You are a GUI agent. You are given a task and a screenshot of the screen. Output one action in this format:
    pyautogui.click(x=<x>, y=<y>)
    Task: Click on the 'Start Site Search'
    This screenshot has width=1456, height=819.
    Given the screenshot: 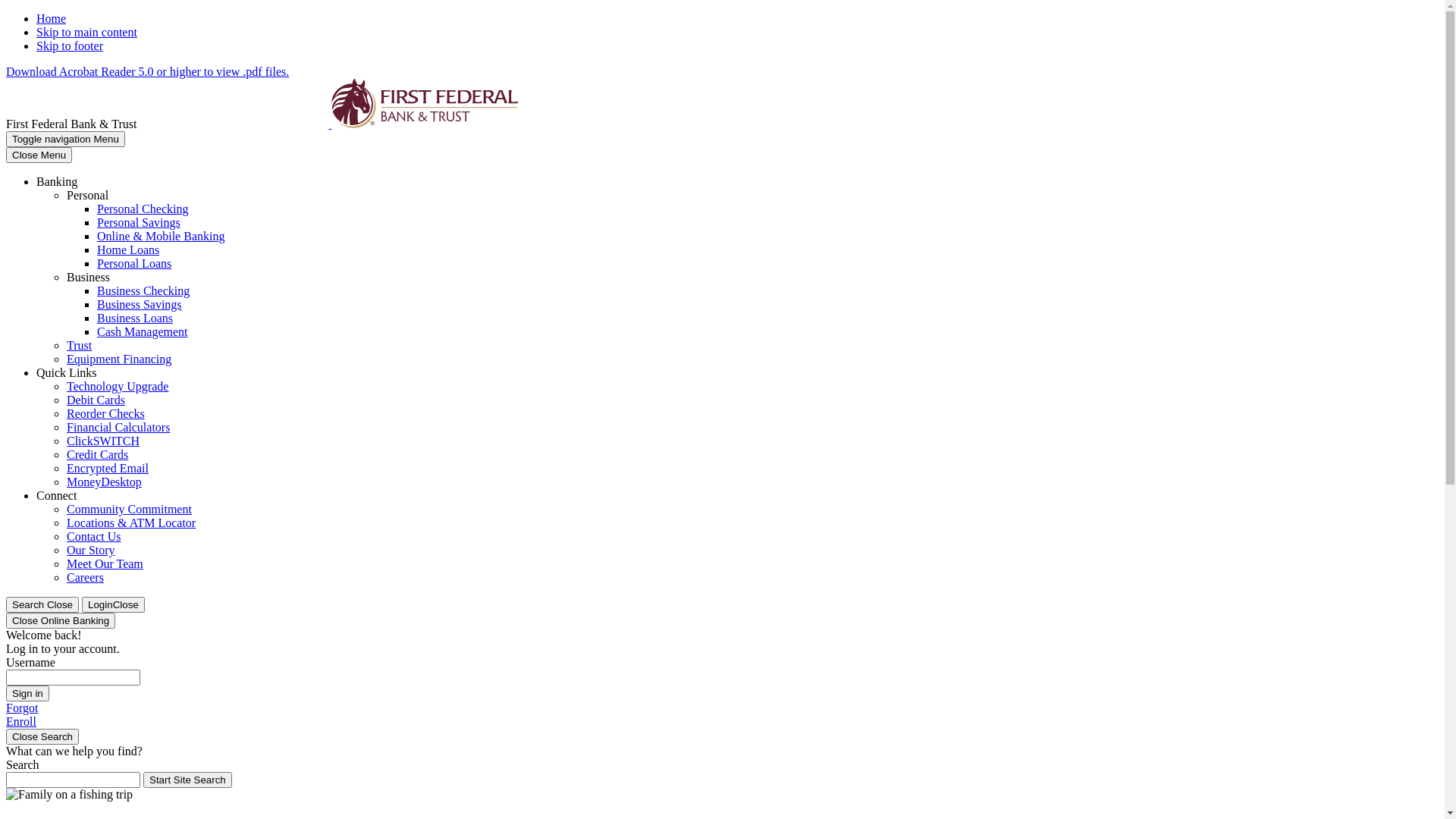 What is the action you would take?
    pyautogui.click(x=187, y=780)
    